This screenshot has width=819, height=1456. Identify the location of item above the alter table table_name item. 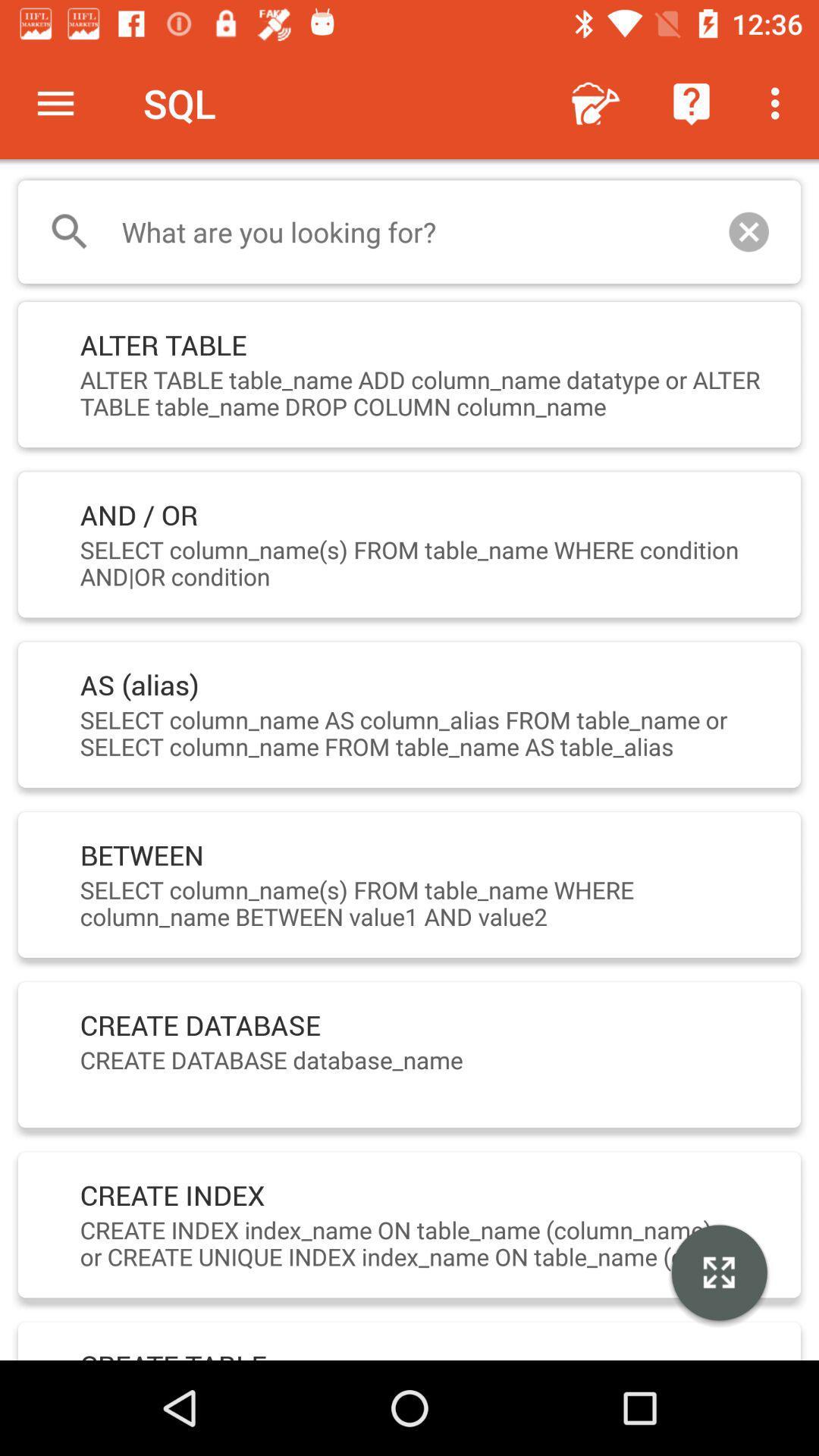
(748, 231).